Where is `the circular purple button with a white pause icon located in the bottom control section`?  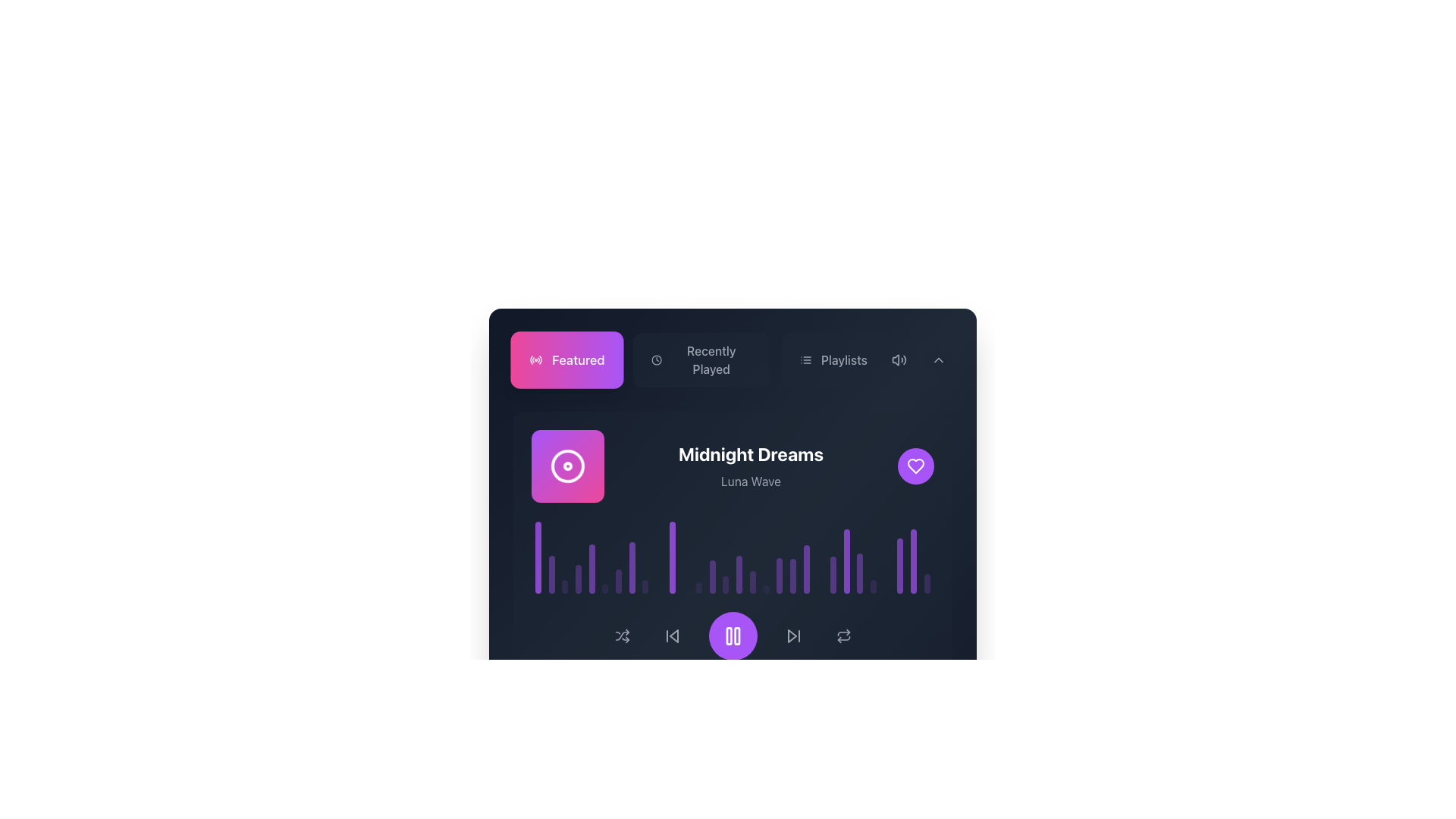
the circular purple button with a white pause icon located in the bottom control section is located at coordinates (733, 636).